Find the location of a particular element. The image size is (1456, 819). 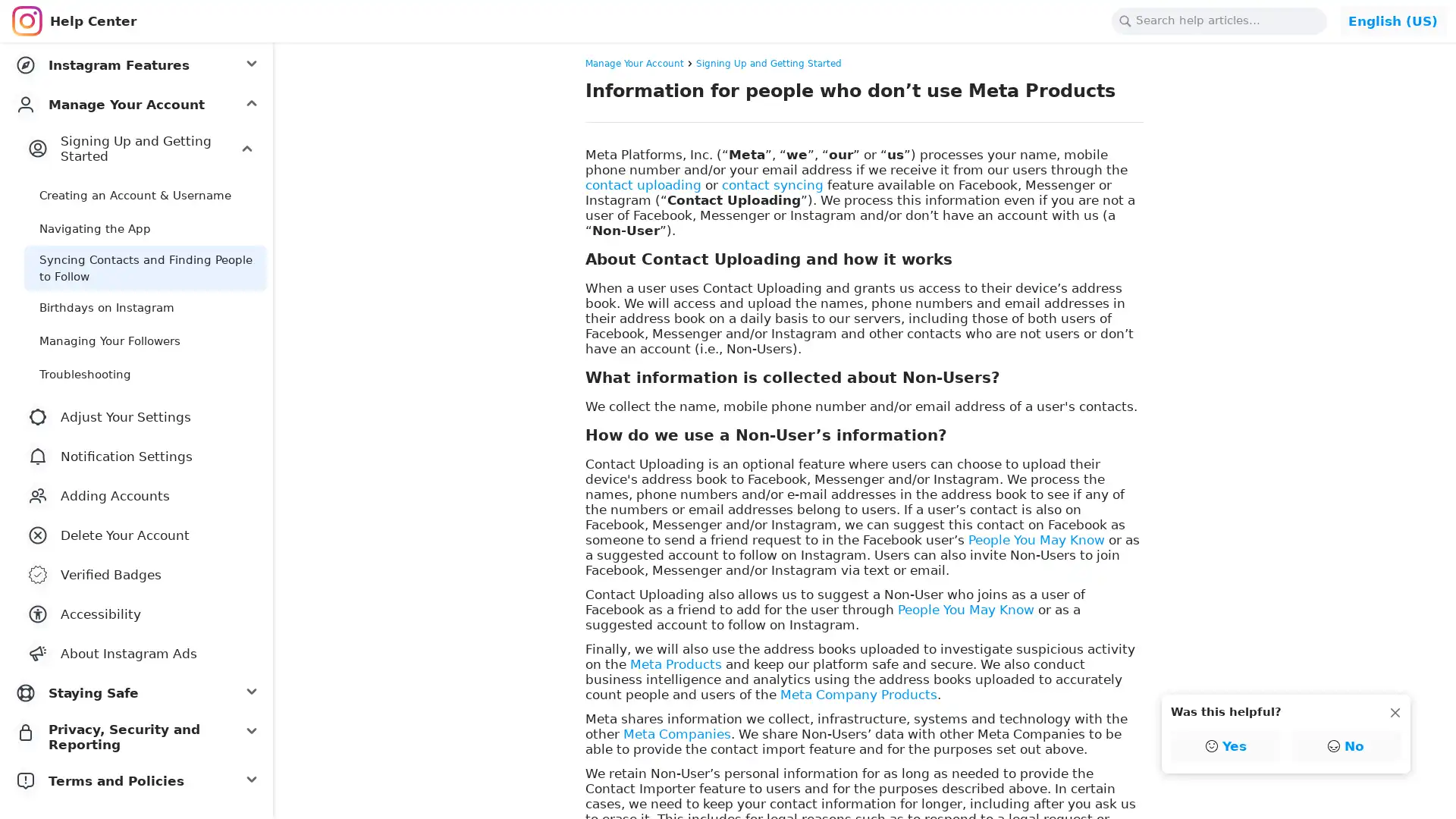

No is located at coordinates (1346, 745).